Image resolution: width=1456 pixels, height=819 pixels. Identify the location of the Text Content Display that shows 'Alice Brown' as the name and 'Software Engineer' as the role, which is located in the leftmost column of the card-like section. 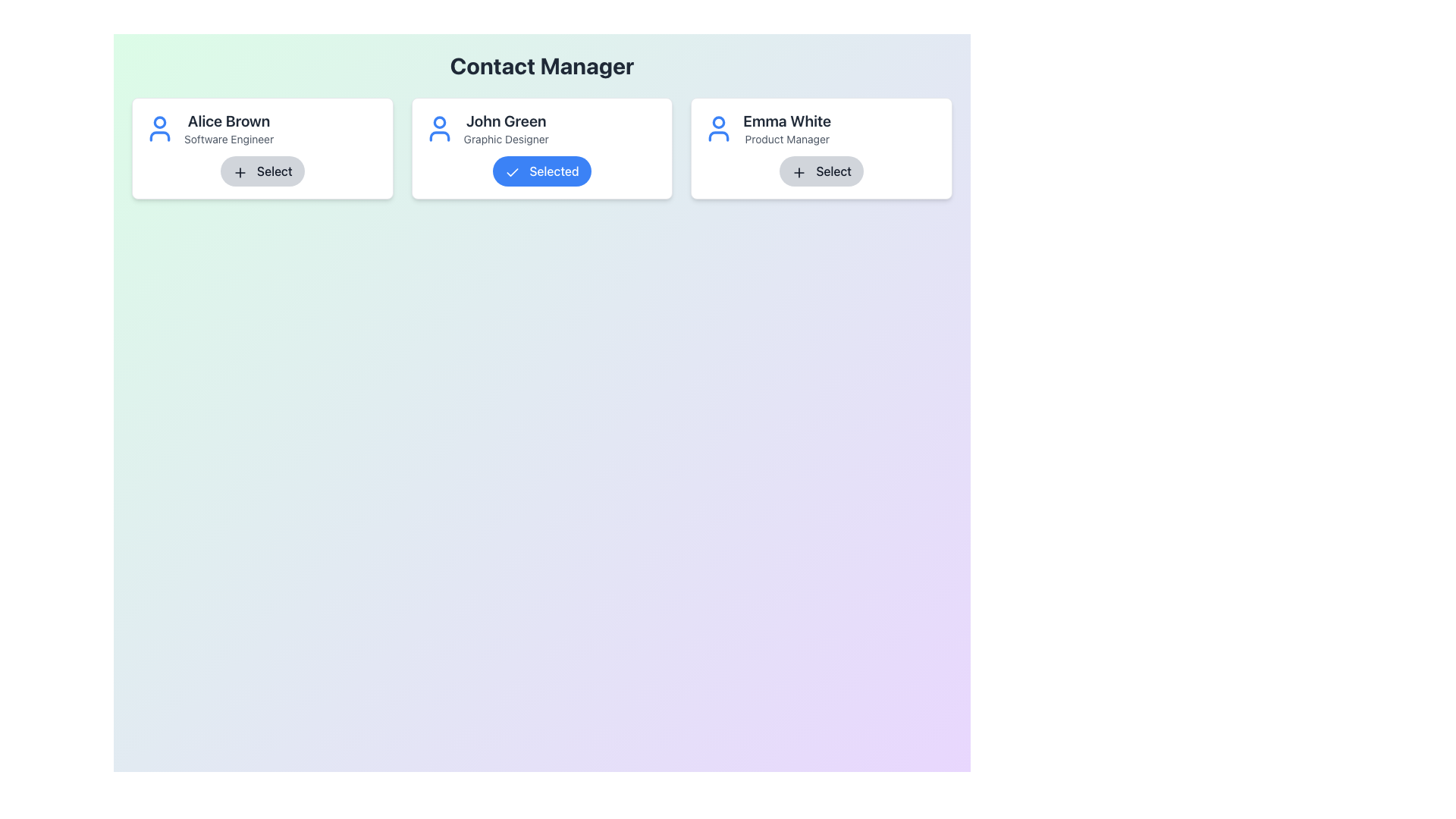
(228, 127).